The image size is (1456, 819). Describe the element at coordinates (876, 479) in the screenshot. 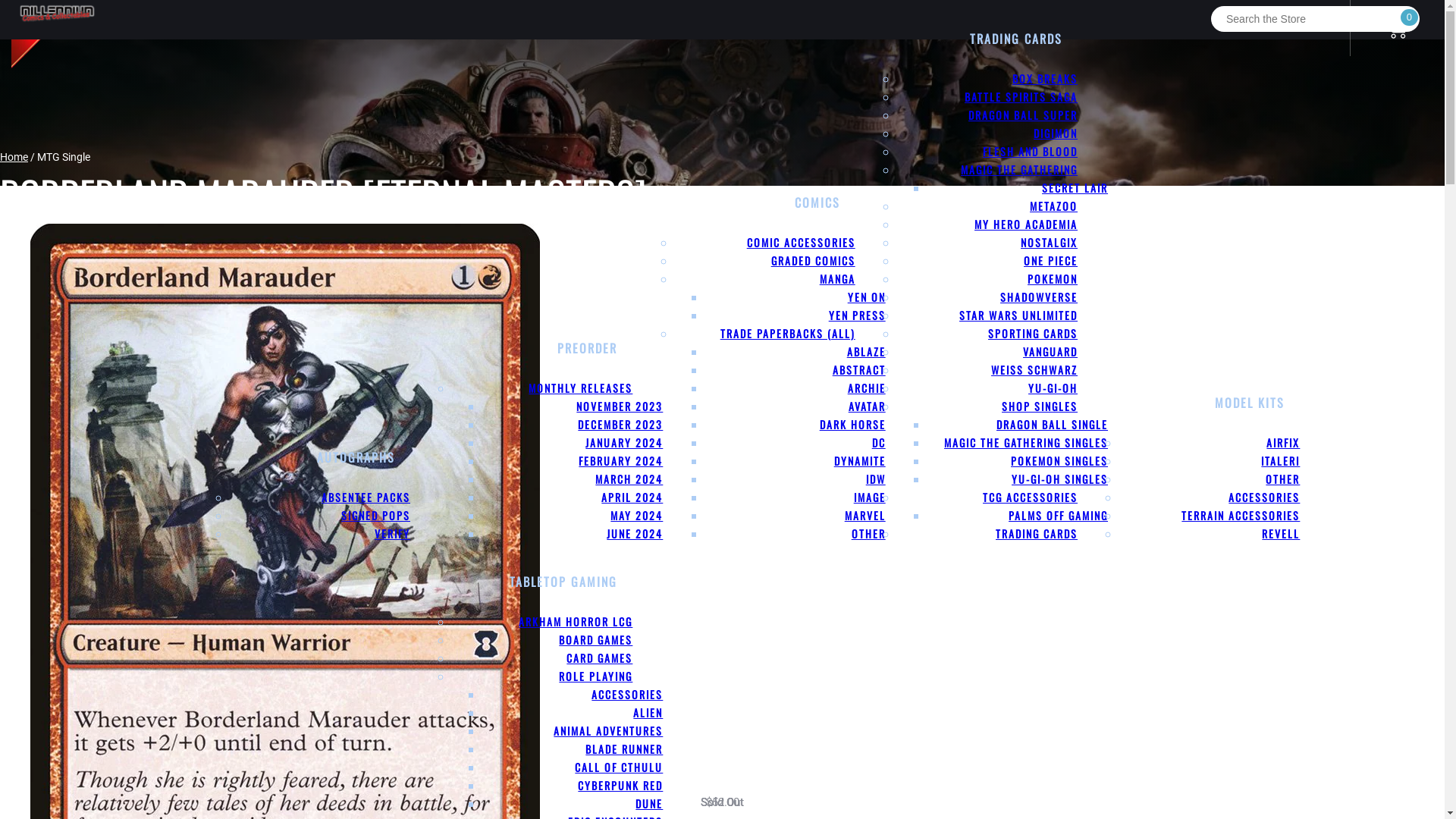

I see `'IDW'` at that location.